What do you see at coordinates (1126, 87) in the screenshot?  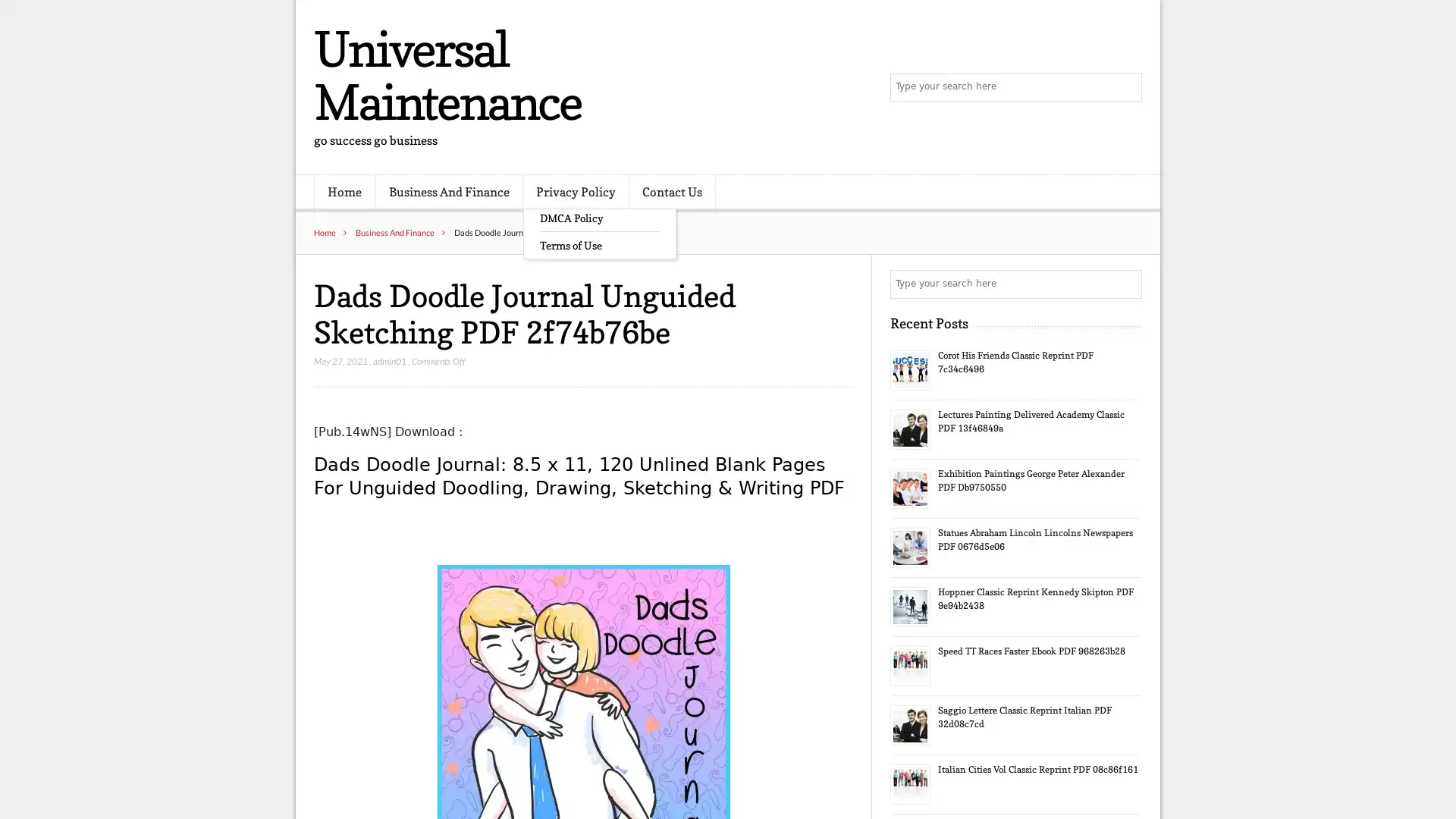 I see `Search` at bounding box center [1126, 87].